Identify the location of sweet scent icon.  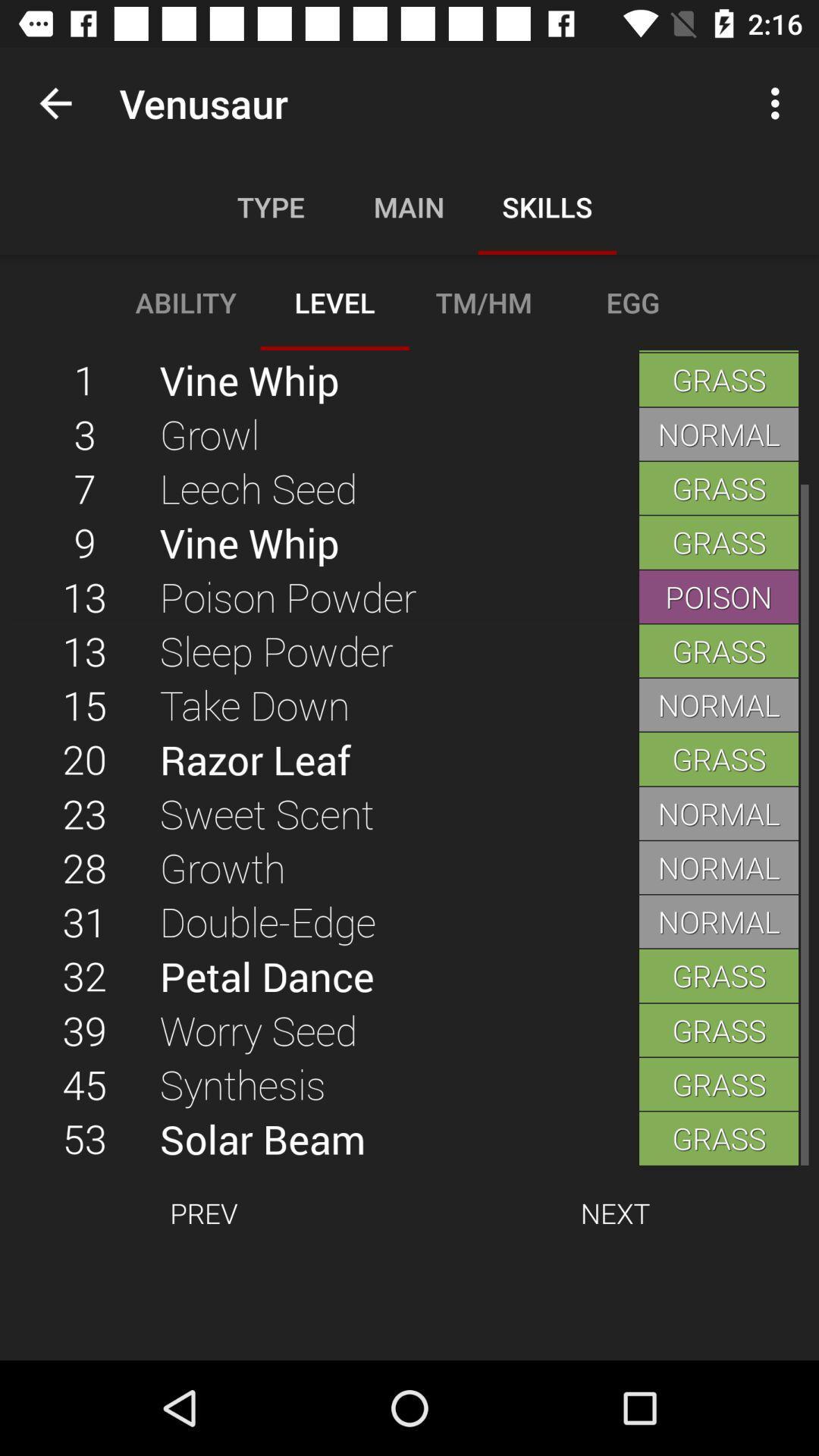
(398, 812).